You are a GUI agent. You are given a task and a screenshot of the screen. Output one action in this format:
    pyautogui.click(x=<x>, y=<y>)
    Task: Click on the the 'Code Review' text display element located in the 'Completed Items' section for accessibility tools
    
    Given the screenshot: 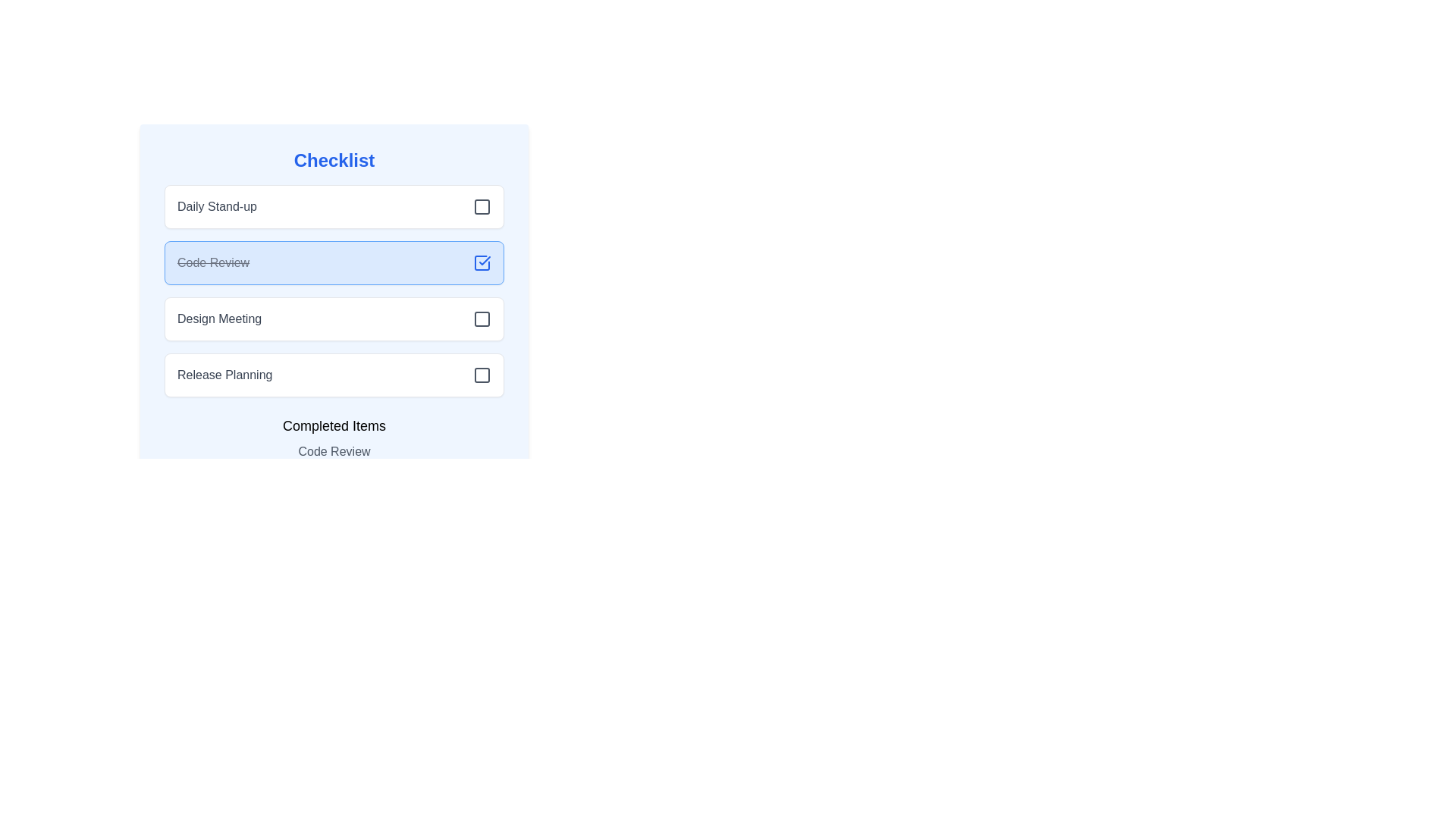 What is the action you would take?
    pyautogui.click(x=334, y=451)
    